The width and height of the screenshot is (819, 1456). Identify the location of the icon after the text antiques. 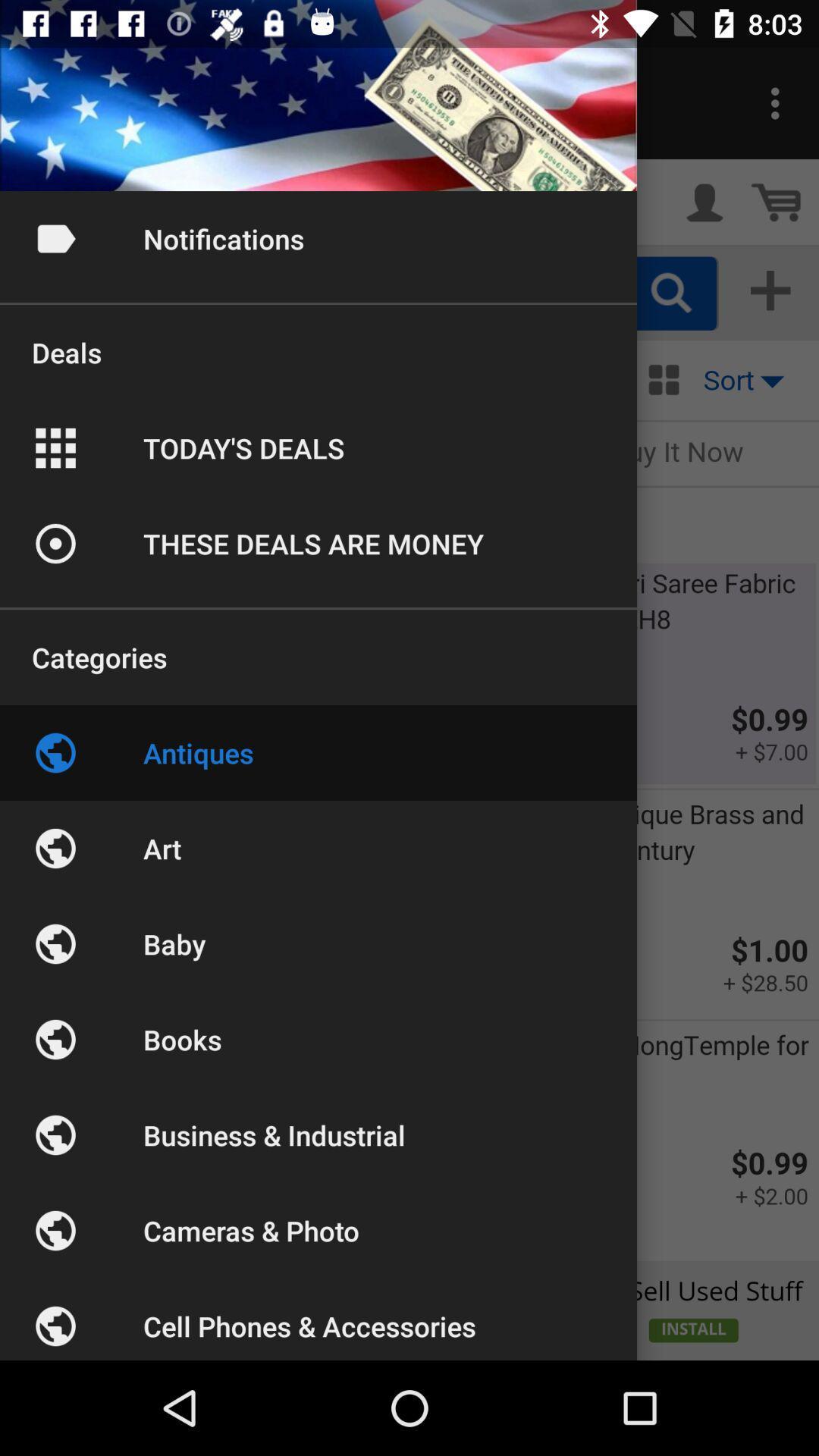
(55, 847).